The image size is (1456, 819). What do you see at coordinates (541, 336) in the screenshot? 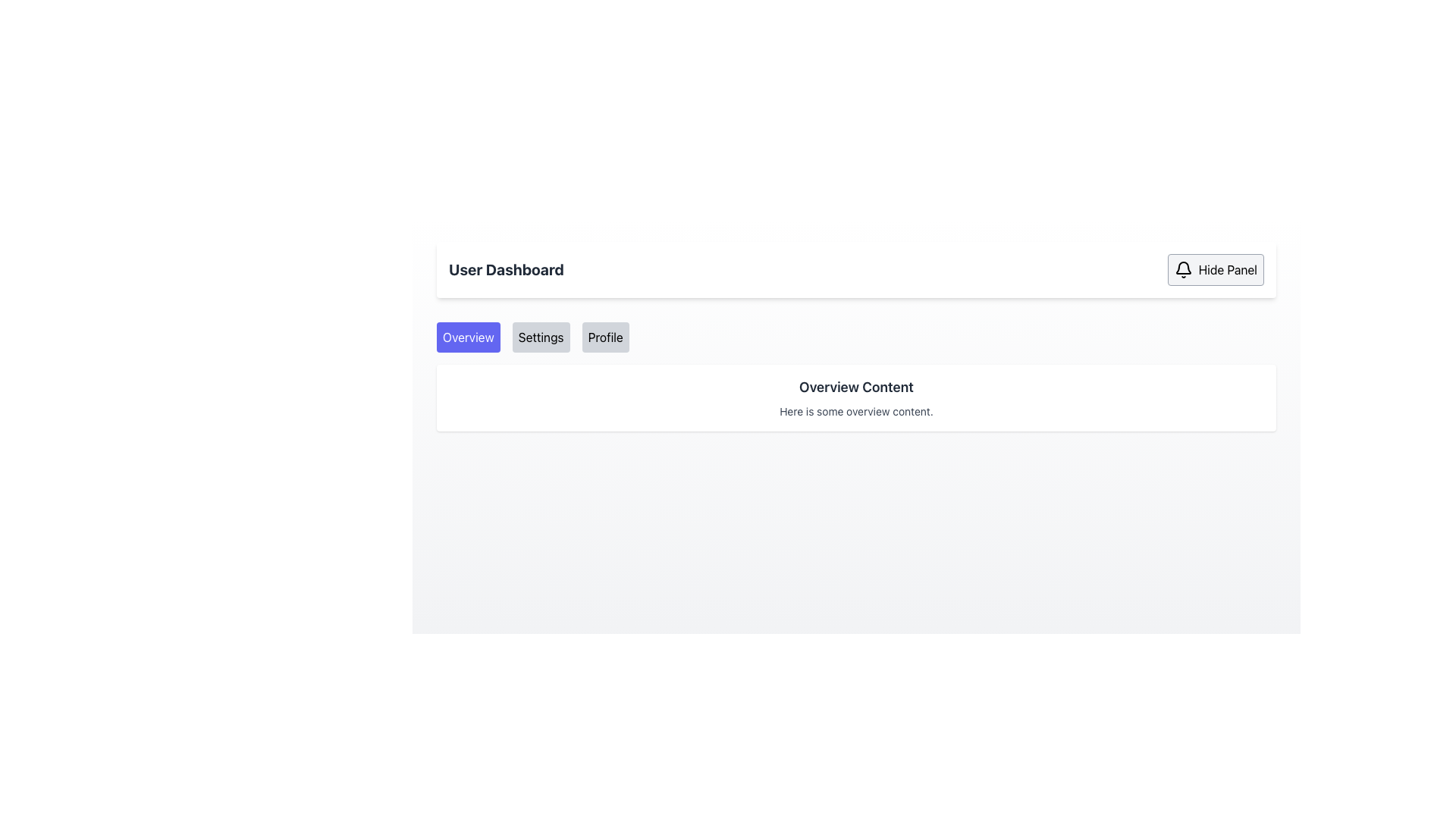
I see `the second button in the navigation bar beneath 'User Dashboard'` at bounding box center [541, 336].